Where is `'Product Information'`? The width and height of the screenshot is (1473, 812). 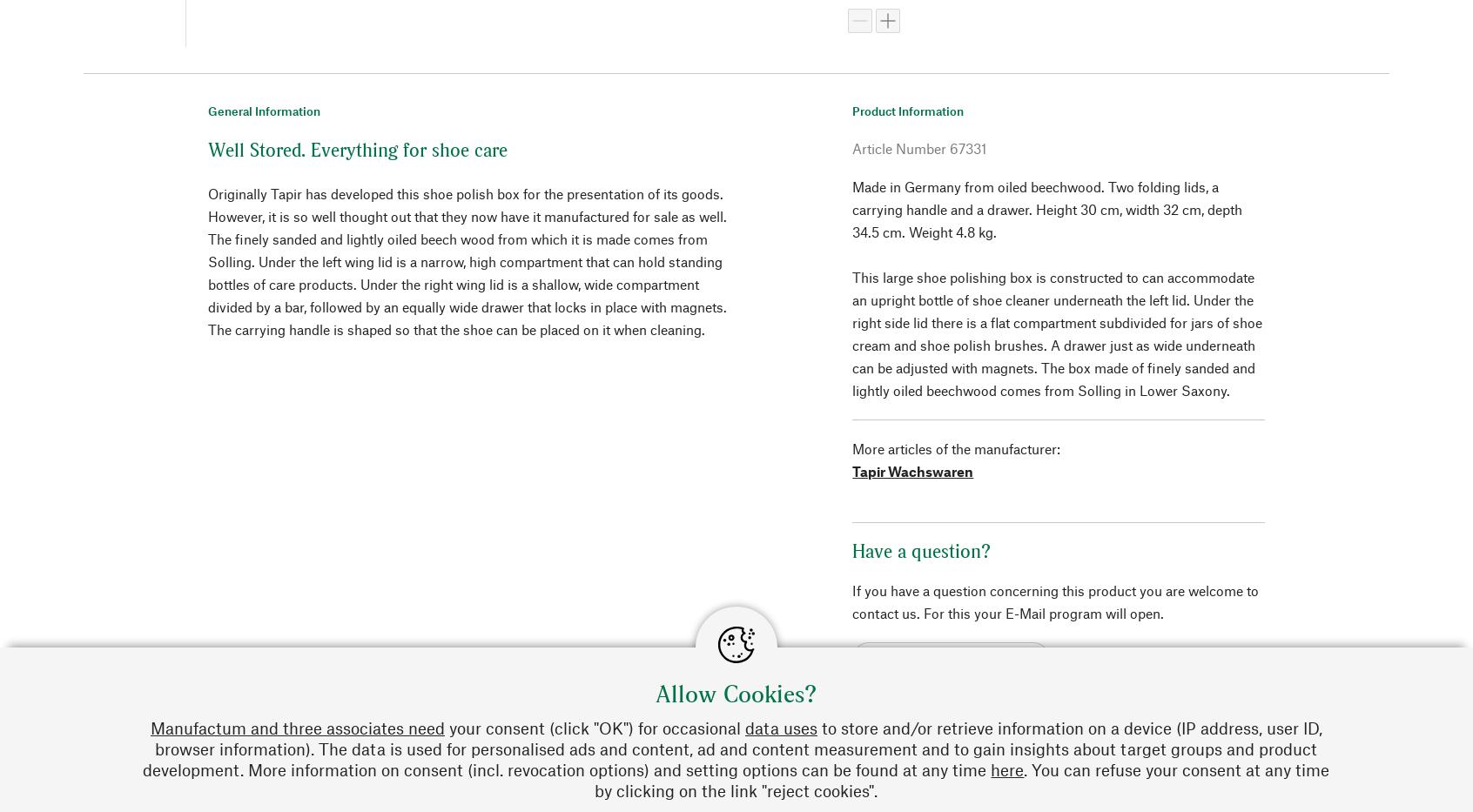 'Product Information' is located at coordinates (906, 109).